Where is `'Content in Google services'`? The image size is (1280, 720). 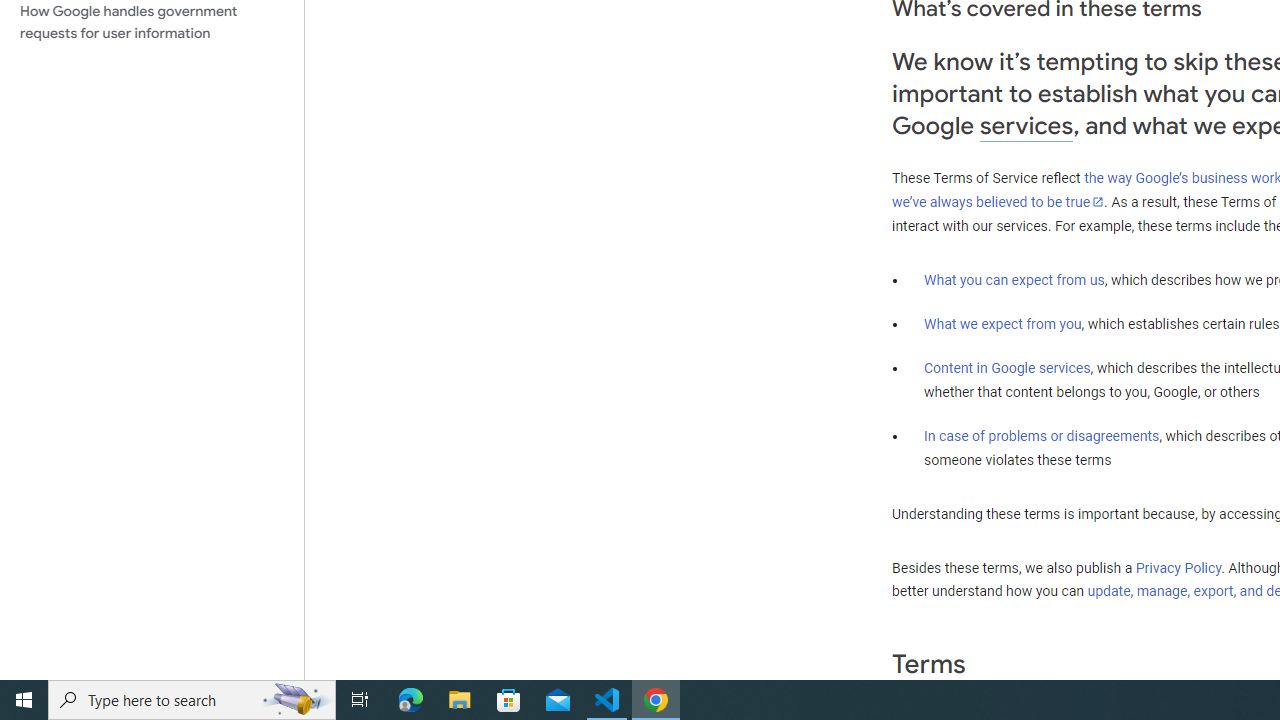 'Content in Google services' is located at coordinates (1007, 368).